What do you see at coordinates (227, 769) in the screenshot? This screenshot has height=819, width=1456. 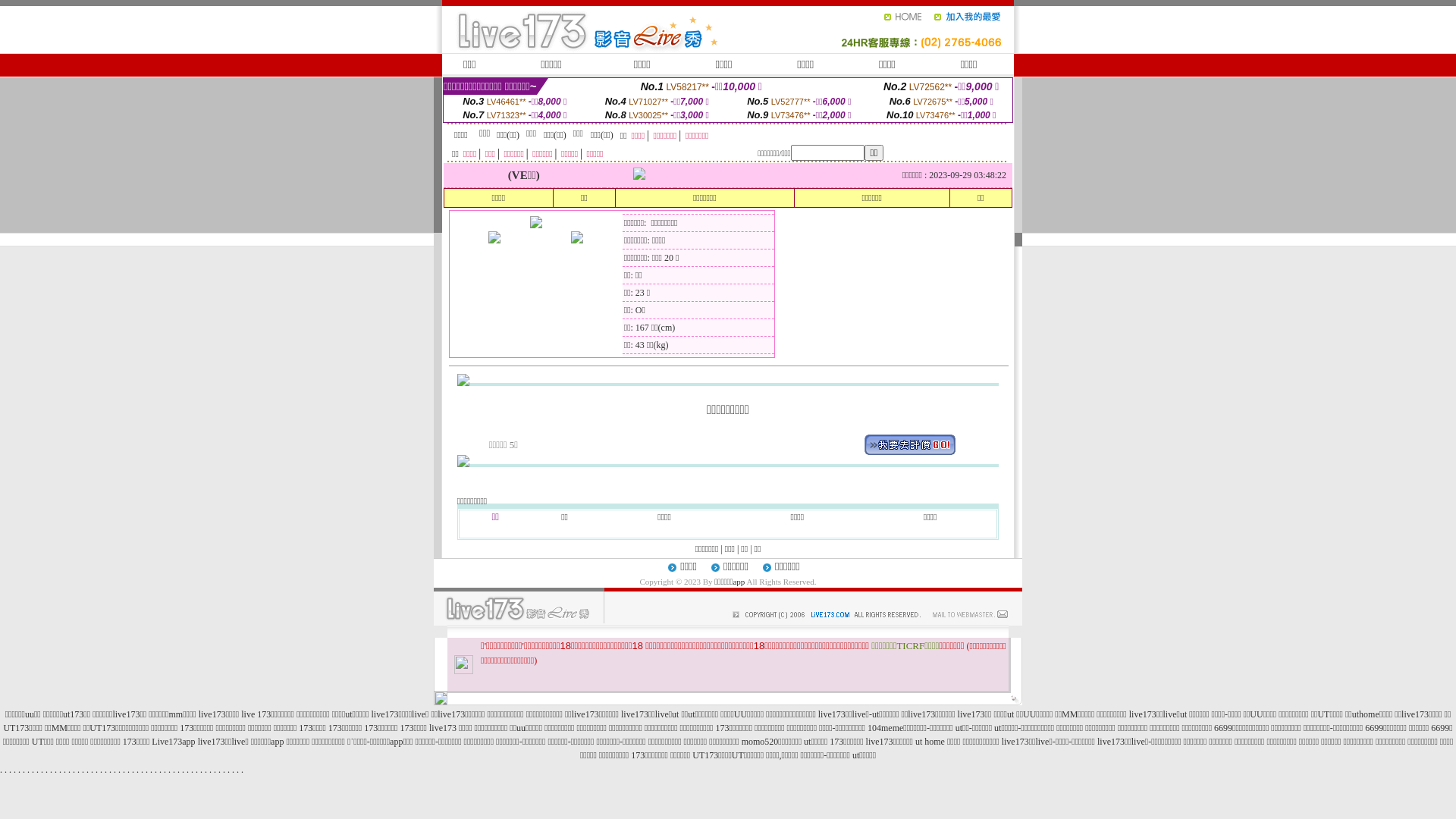 I see `'.'` at bounding box center [227, 769].